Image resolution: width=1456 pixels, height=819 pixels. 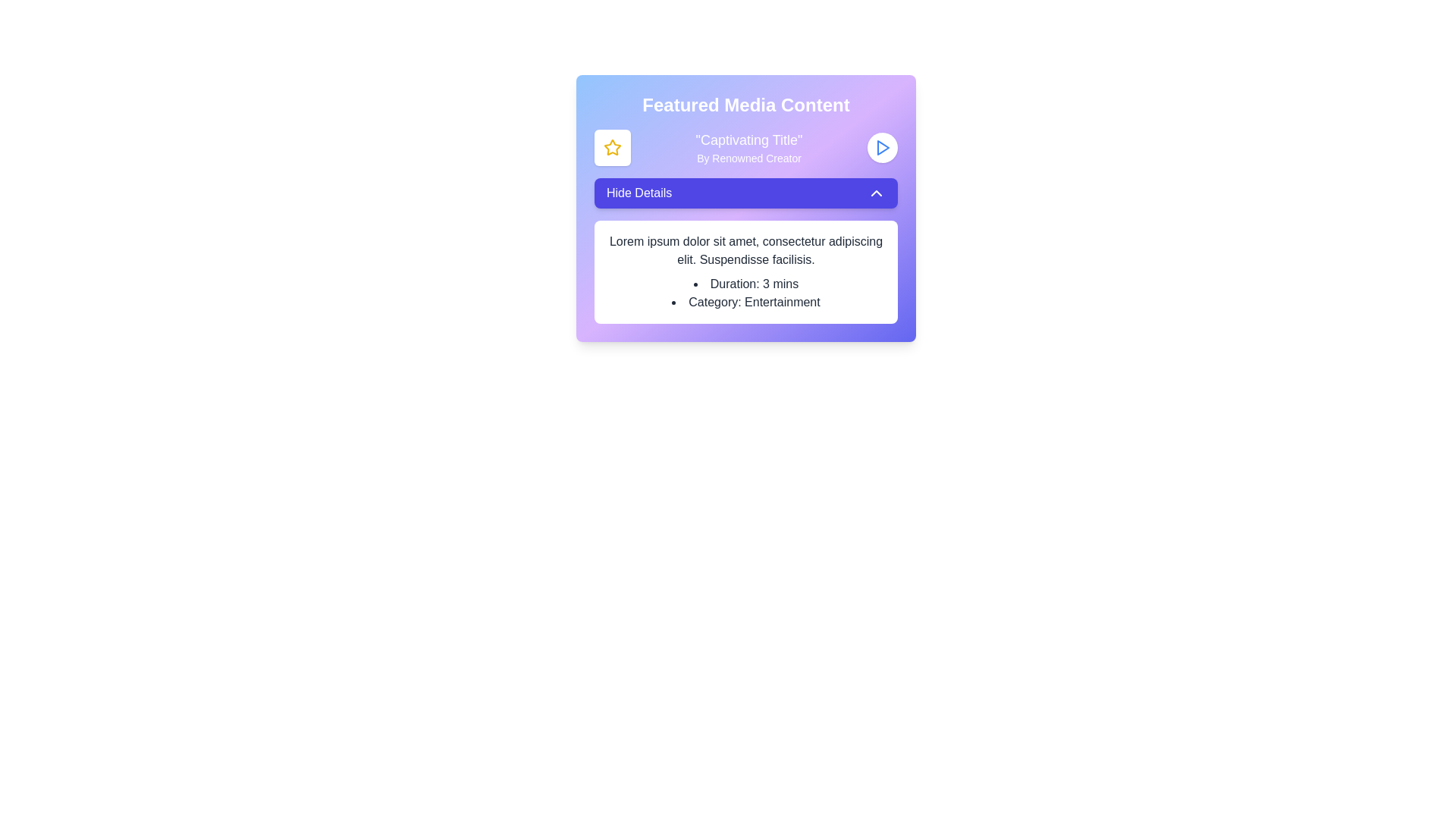 What do you see at coordinates (745, 284) in the screenshot?
I see `the Text Display element that shows the duration of the media content, which is the first item in a bullet-point list under a descriptive paragraph within the card UI component` at bounding box center [745, 284].